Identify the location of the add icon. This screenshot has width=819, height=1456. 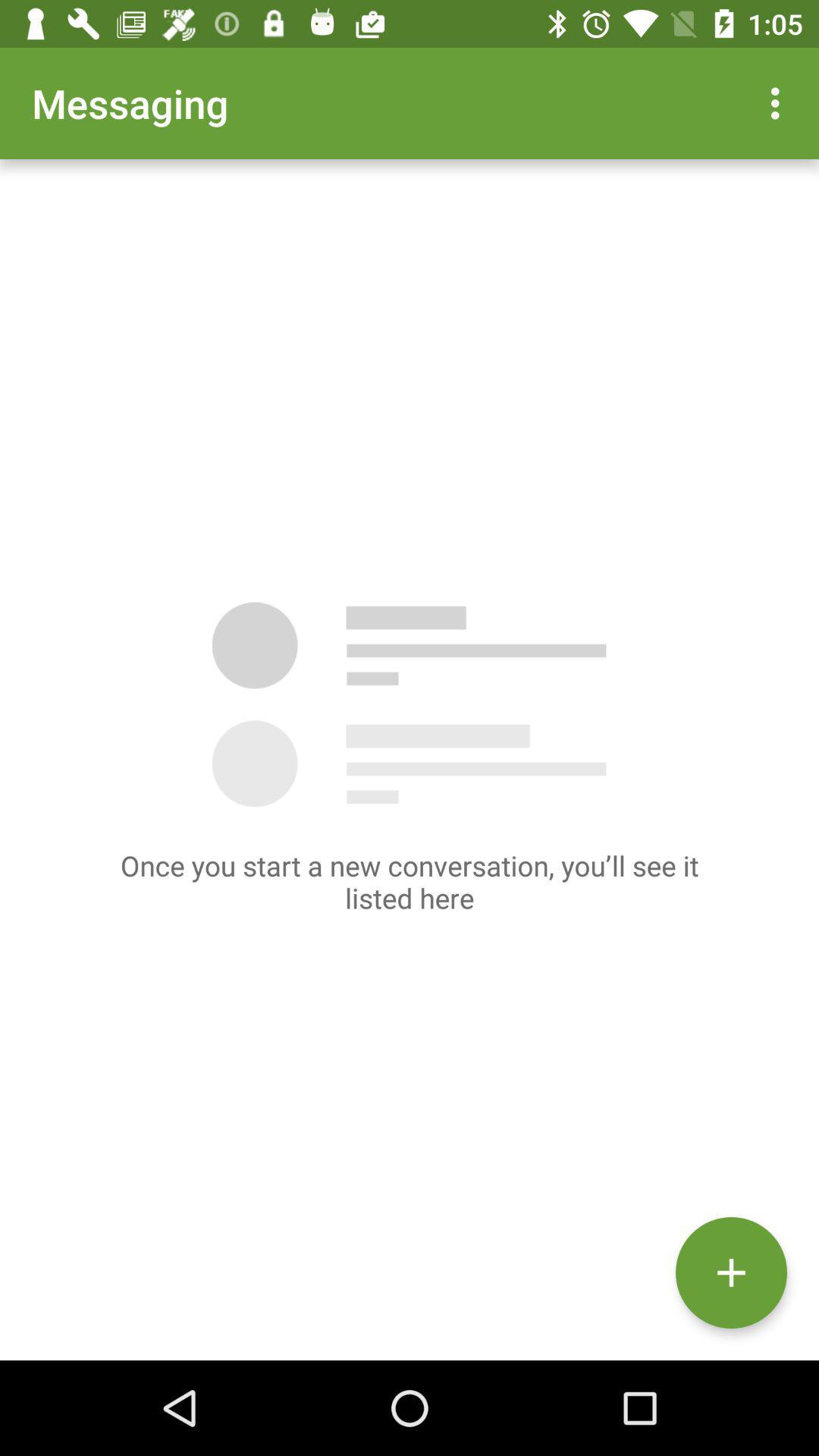
(730, 1272).